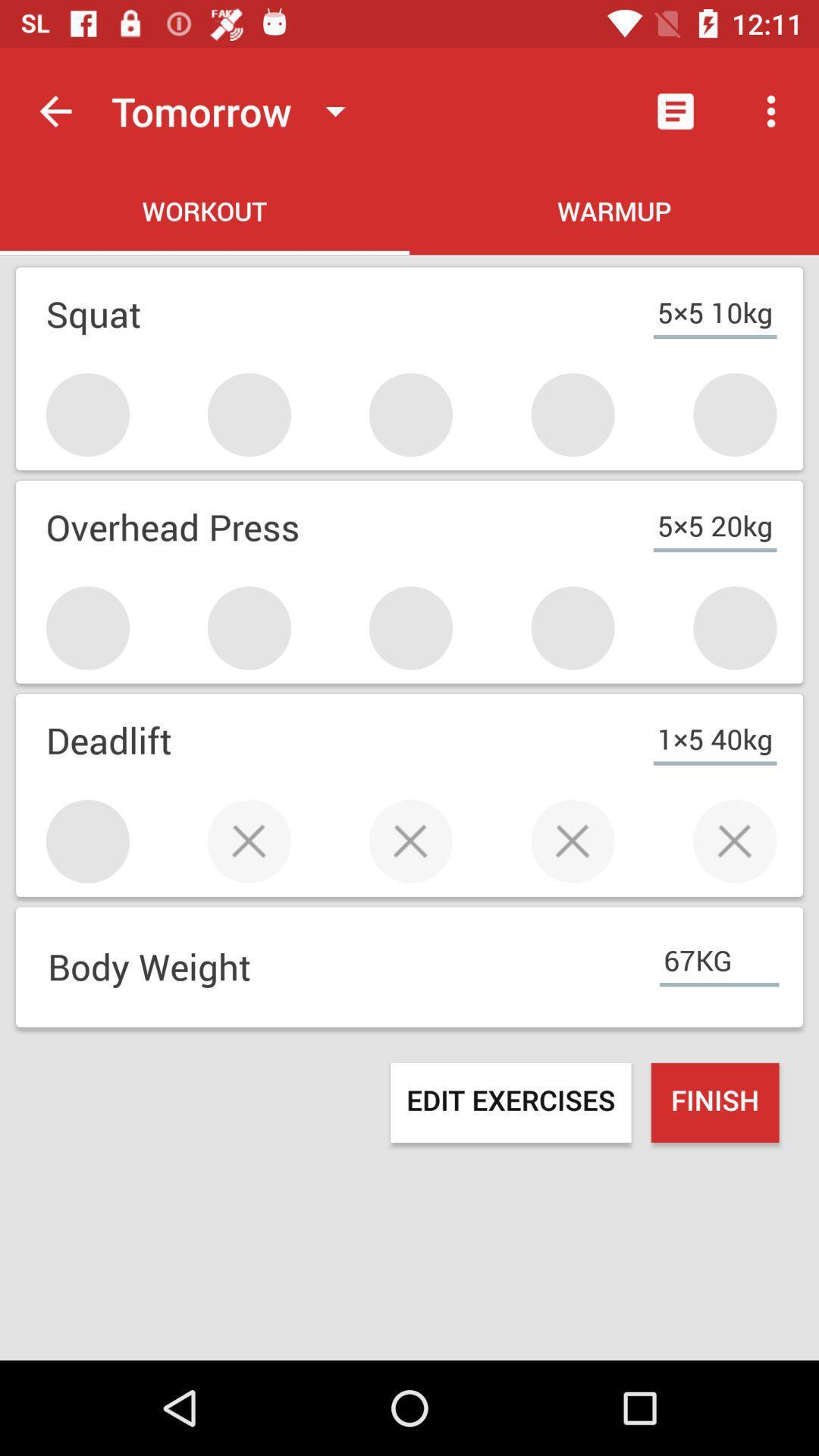  I want to click on 67kg item, so click(718, 953).